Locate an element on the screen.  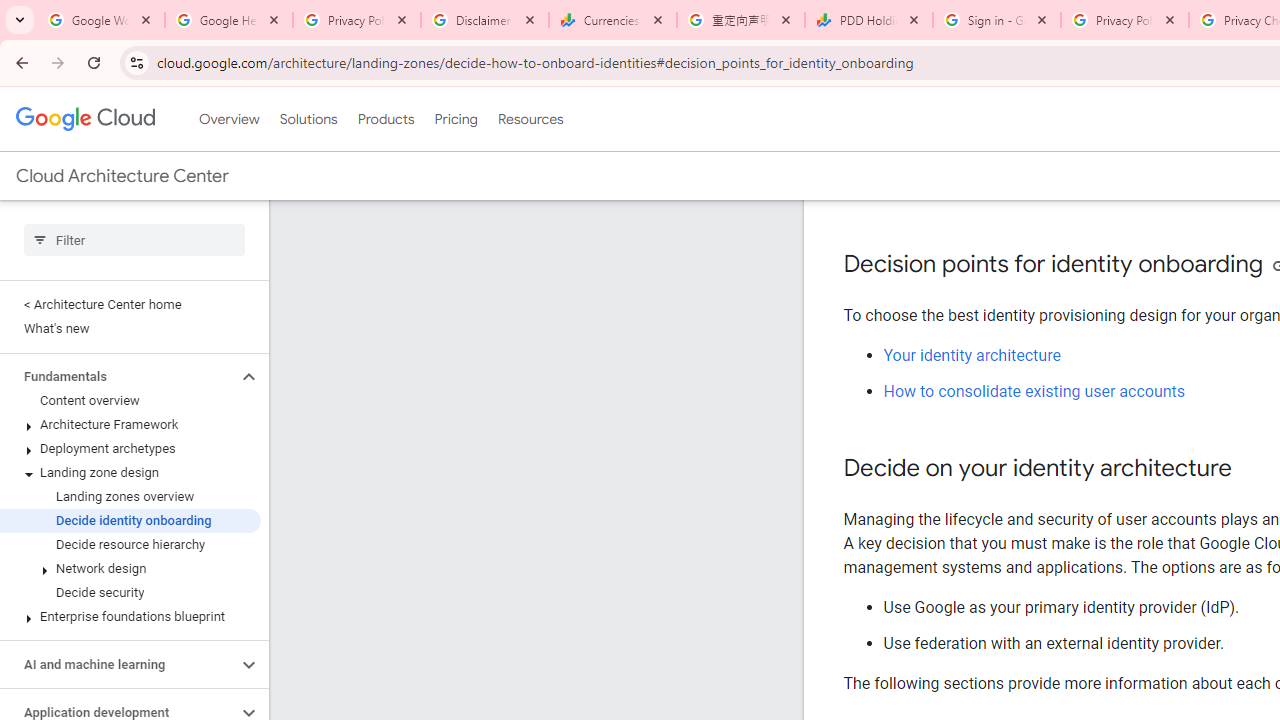
'Pricing' is located at coordinates (454, 119).